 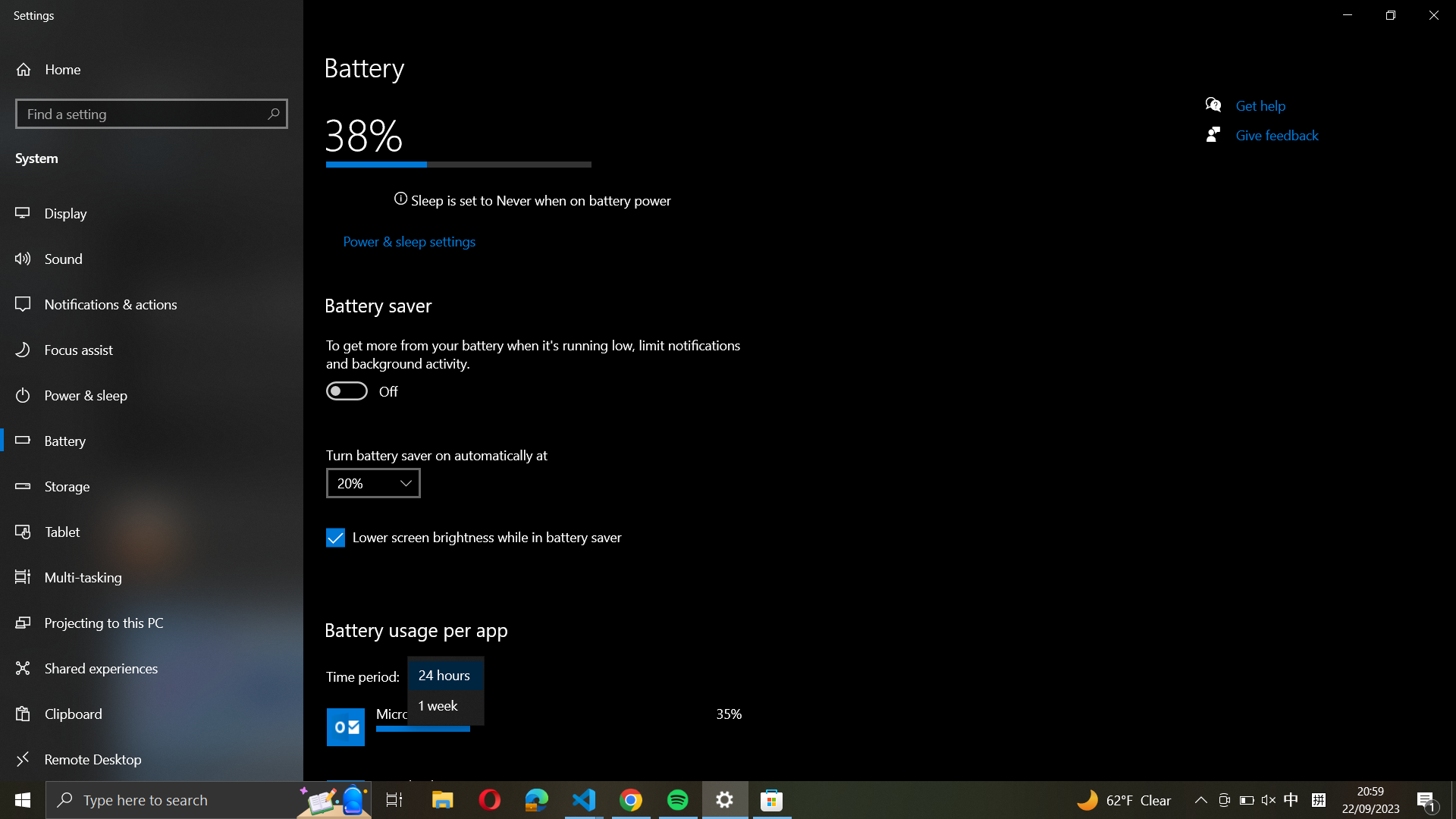 What do you see at coordinates (445, 705) in the screenshot?
I see `Update the timeframe for application battery consumption to "1 week` at bounding box center [445, 705].